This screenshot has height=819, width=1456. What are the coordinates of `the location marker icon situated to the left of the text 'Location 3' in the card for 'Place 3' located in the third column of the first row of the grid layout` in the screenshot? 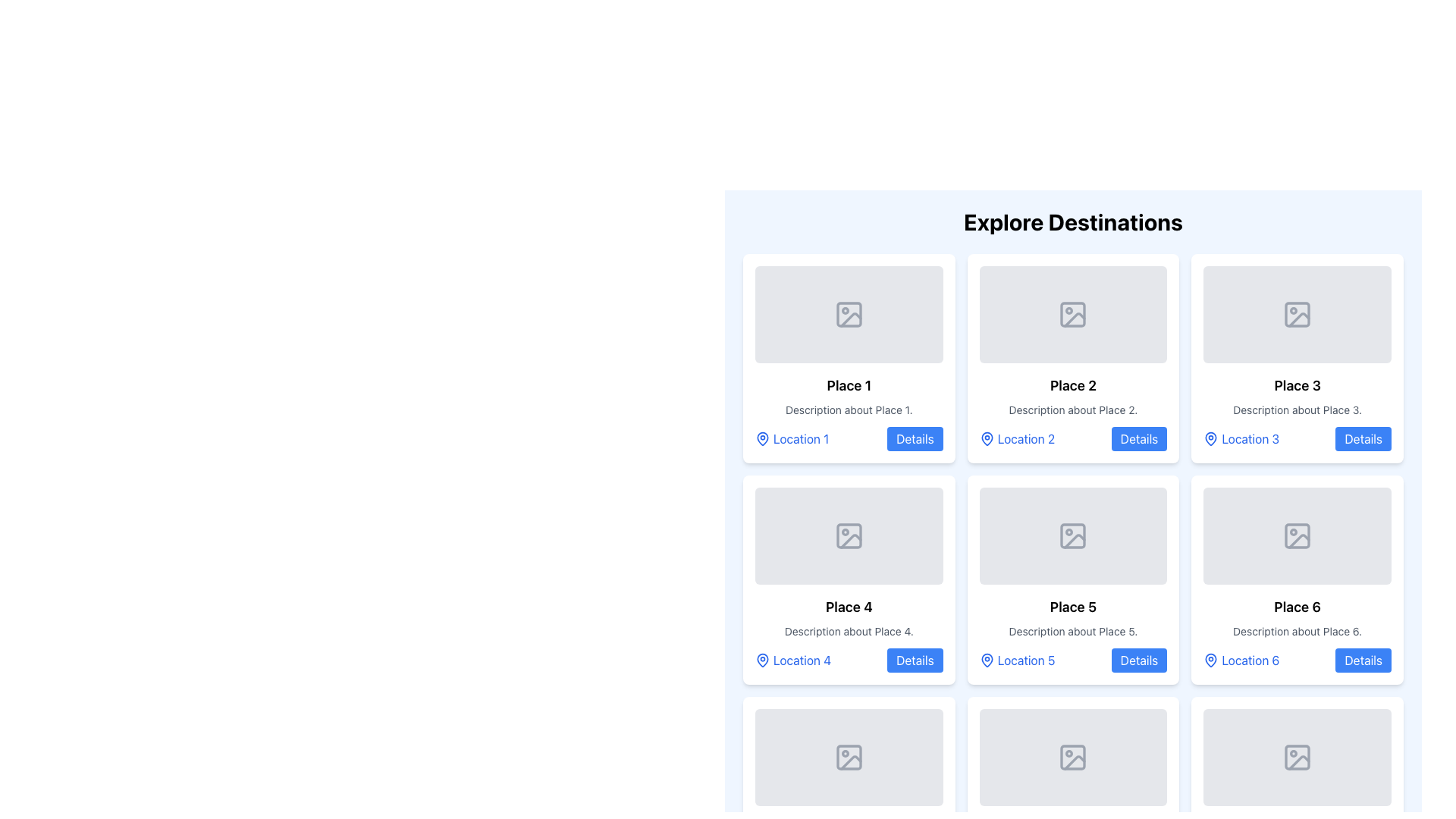 It's located at (1210, 438).